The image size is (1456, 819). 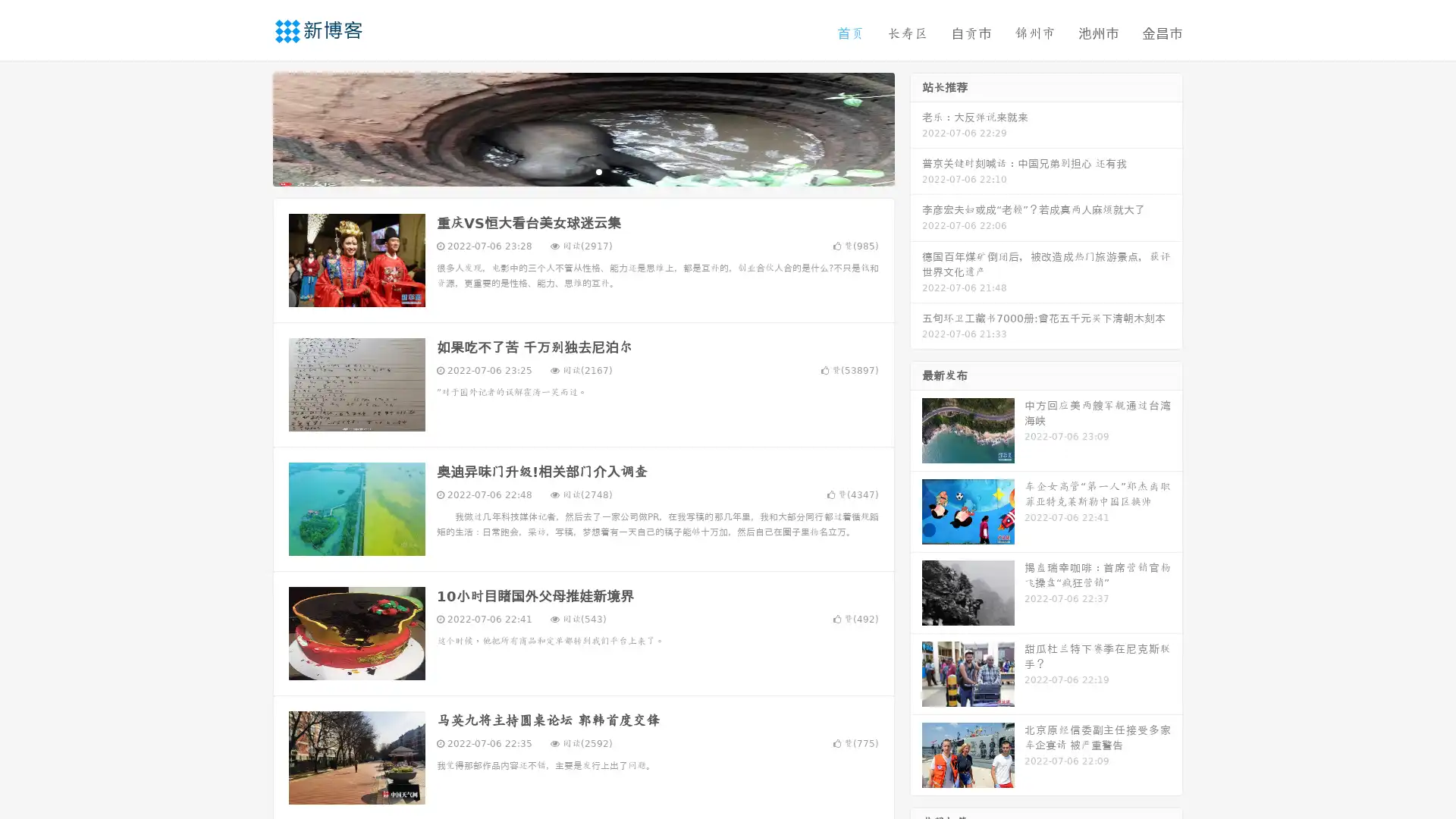 I want to click on Go to slide 1, so click(x=567, y=171).